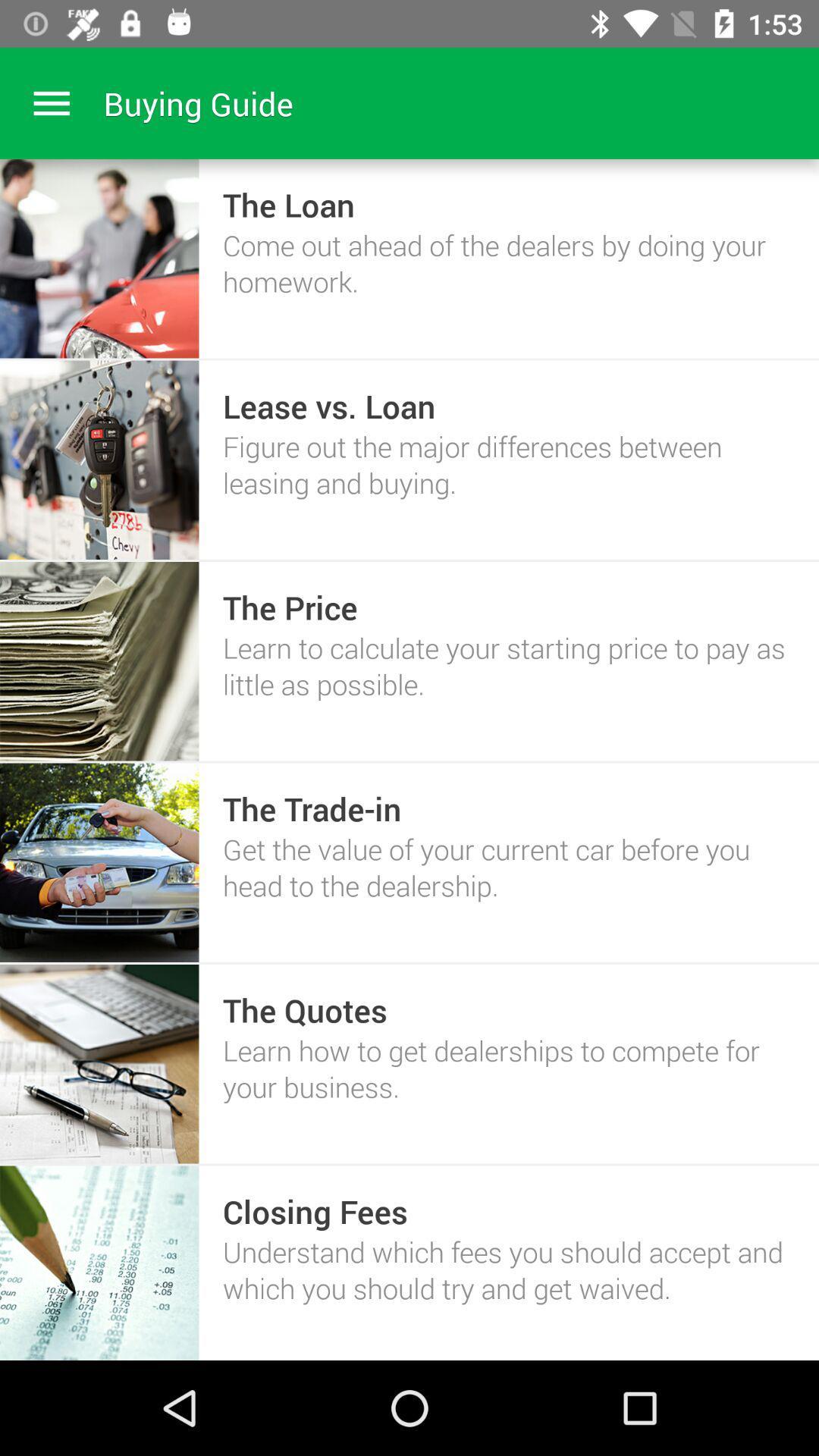  What do you see at coordinates (290, 607) in the screenshot?
I see `the price` at bounding box center [290, 607].